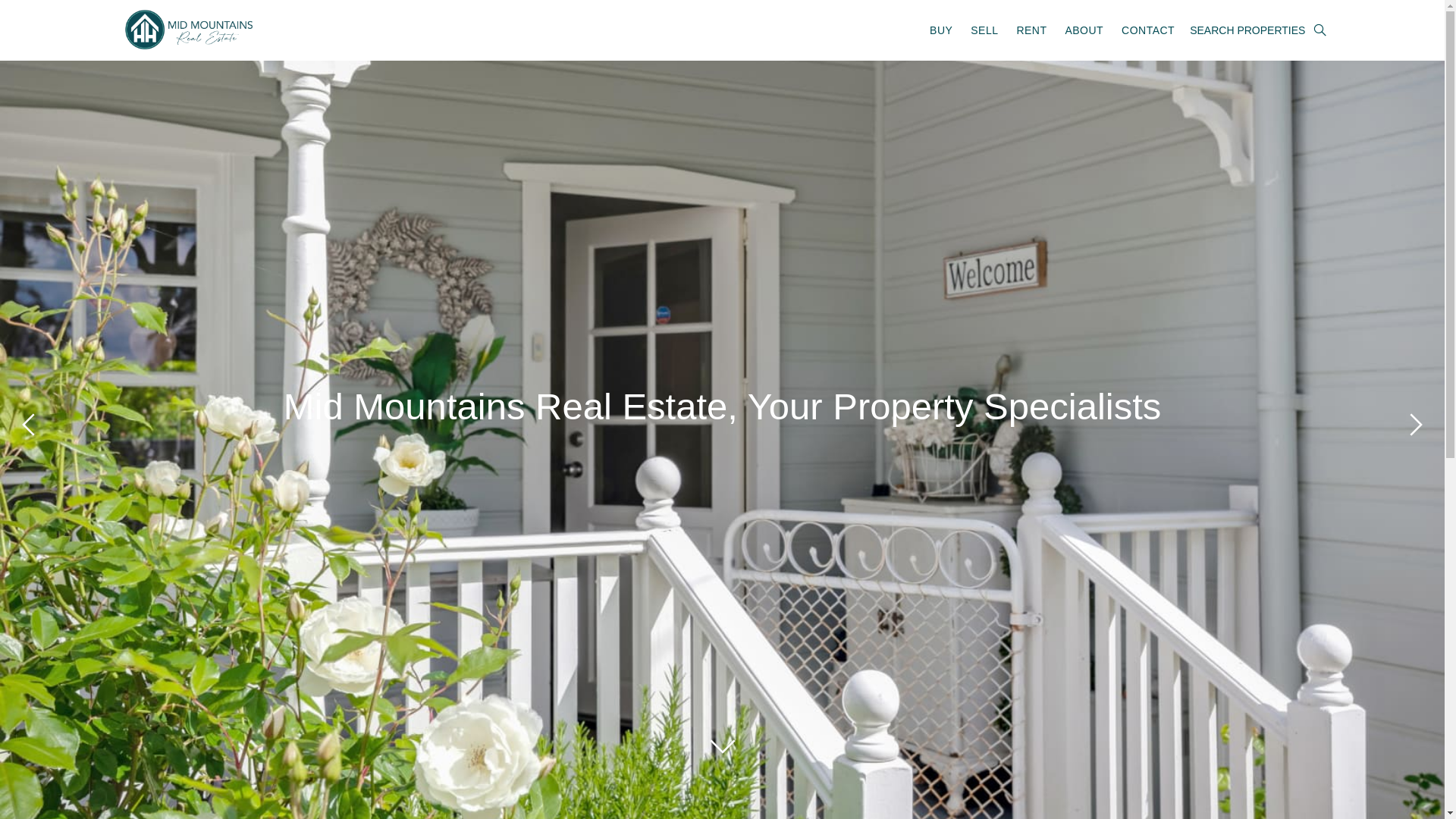 This screenshot has width=1456, height=819. What do you see at coordinates (984, 30) in the screenshot?
I see `'SELL'` at bounding box center [984, 30].